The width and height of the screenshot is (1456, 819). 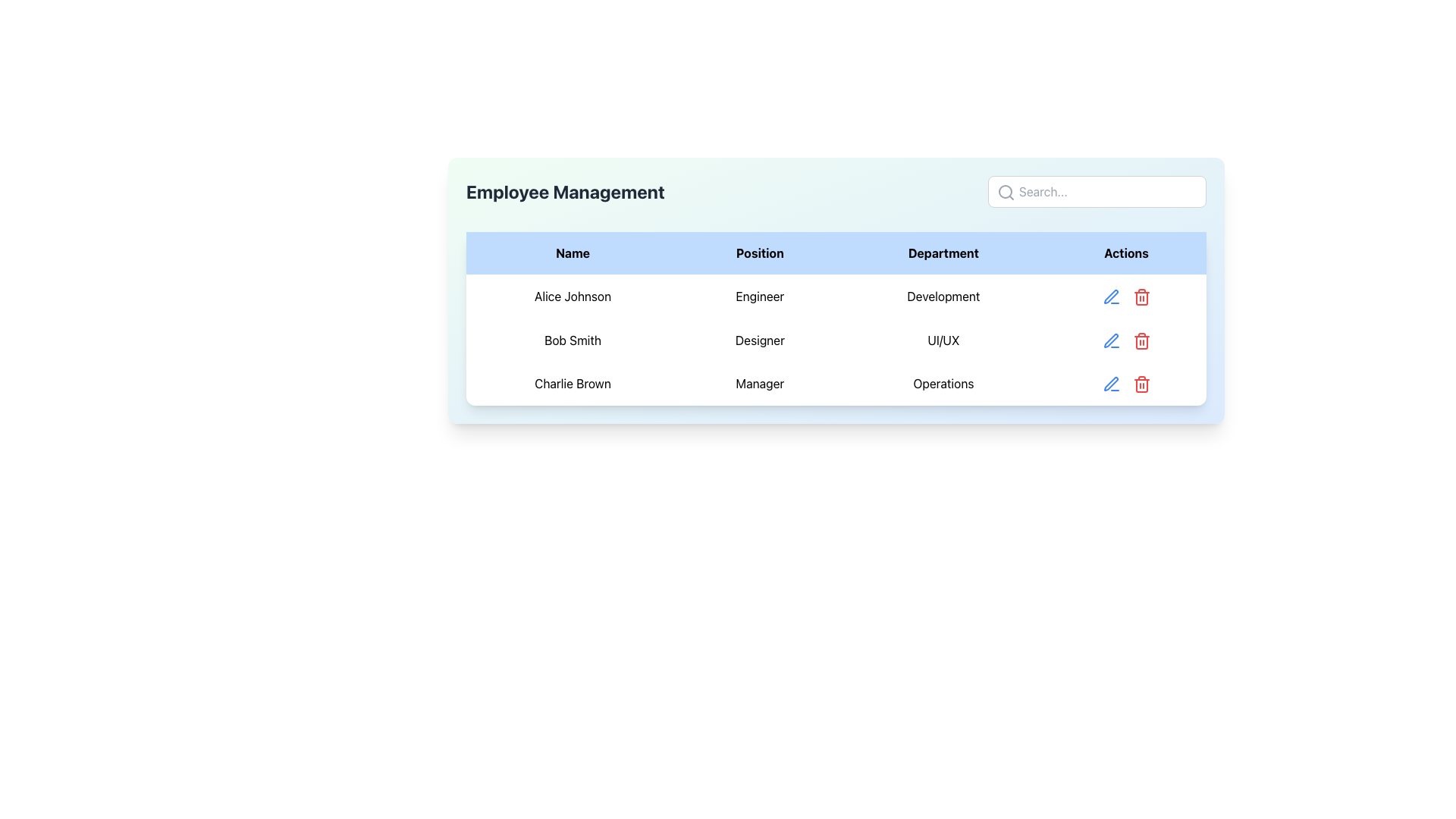 I want to click on the 'Department' header label in the employee management table, which is the third item in the row, positioned between 'Position' and 'Actions', so click(x=943, y=253).